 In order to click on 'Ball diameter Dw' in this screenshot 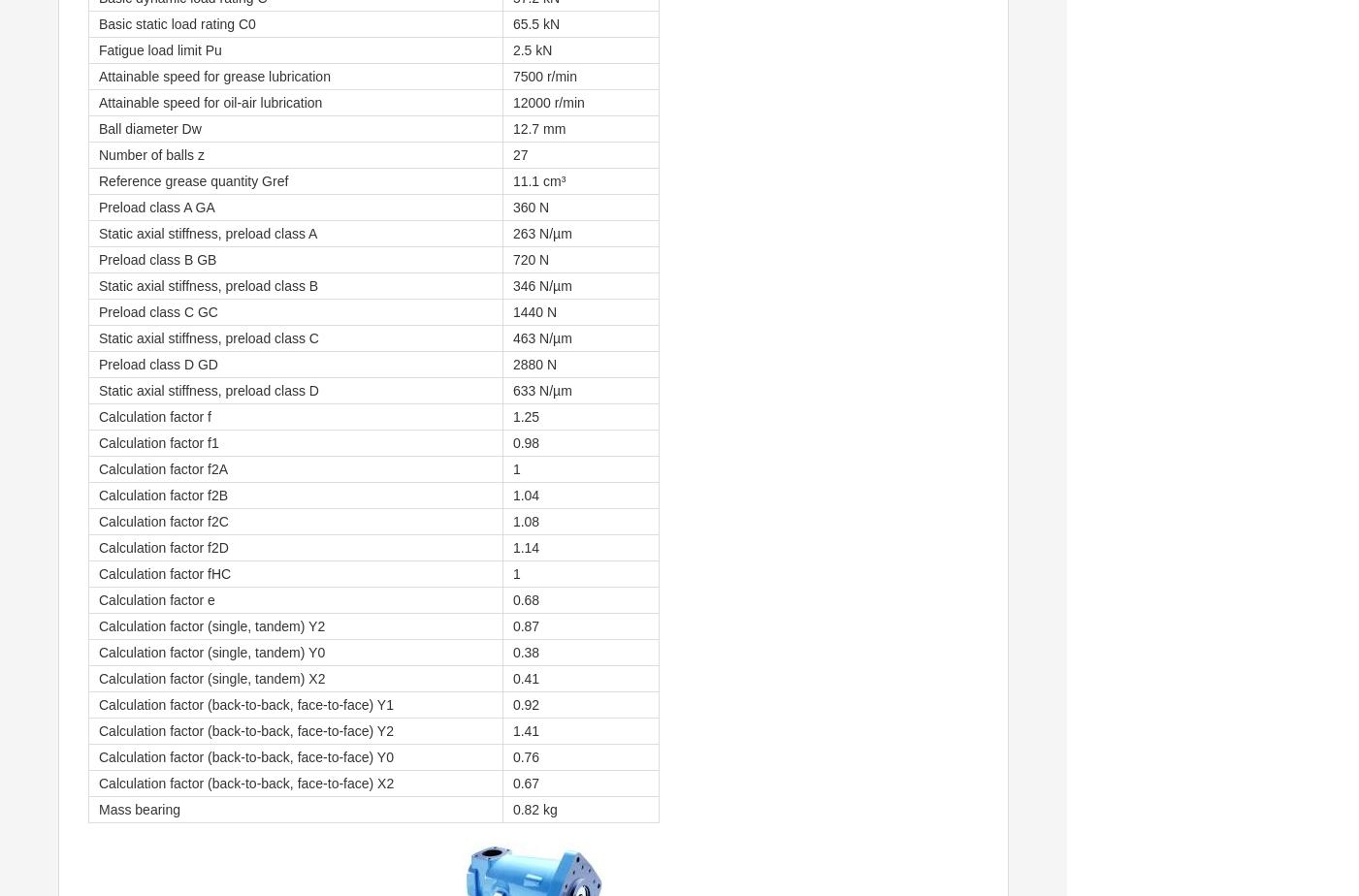, I will do `click(148, 128)`.